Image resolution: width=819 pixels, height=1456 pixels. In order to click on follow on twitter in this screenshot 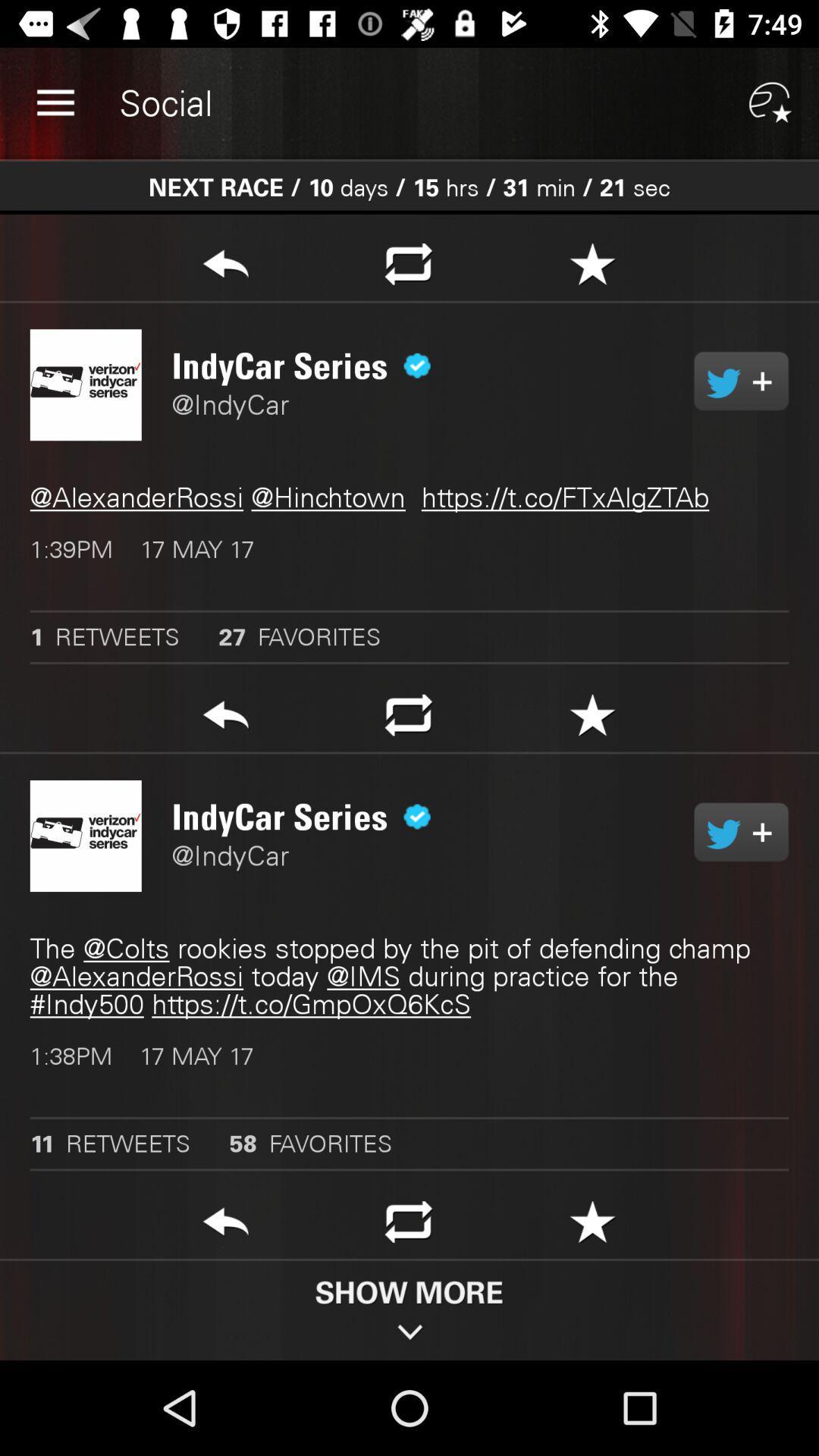, I will do `click(740, 831)`.